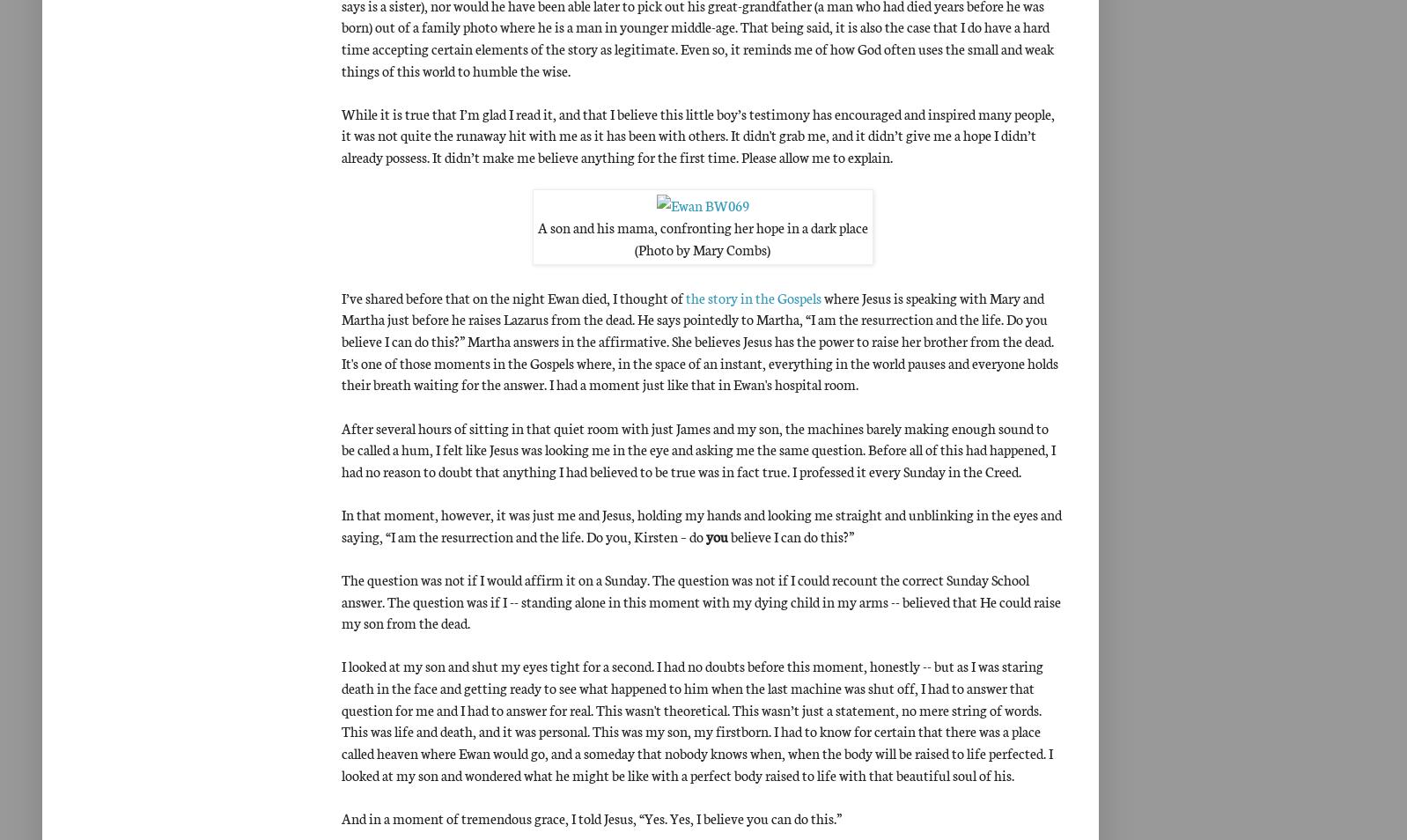  What do you see at coordinates (701, 523) in the screenshot?
I see `'In that moment, however, it was just me and Jesus, holding my hands and looking me straight and unblinking in the eyes and saying, “I am the resurrection and the life. Do you, Kirsten – do'` at bounding box center [701, 523].